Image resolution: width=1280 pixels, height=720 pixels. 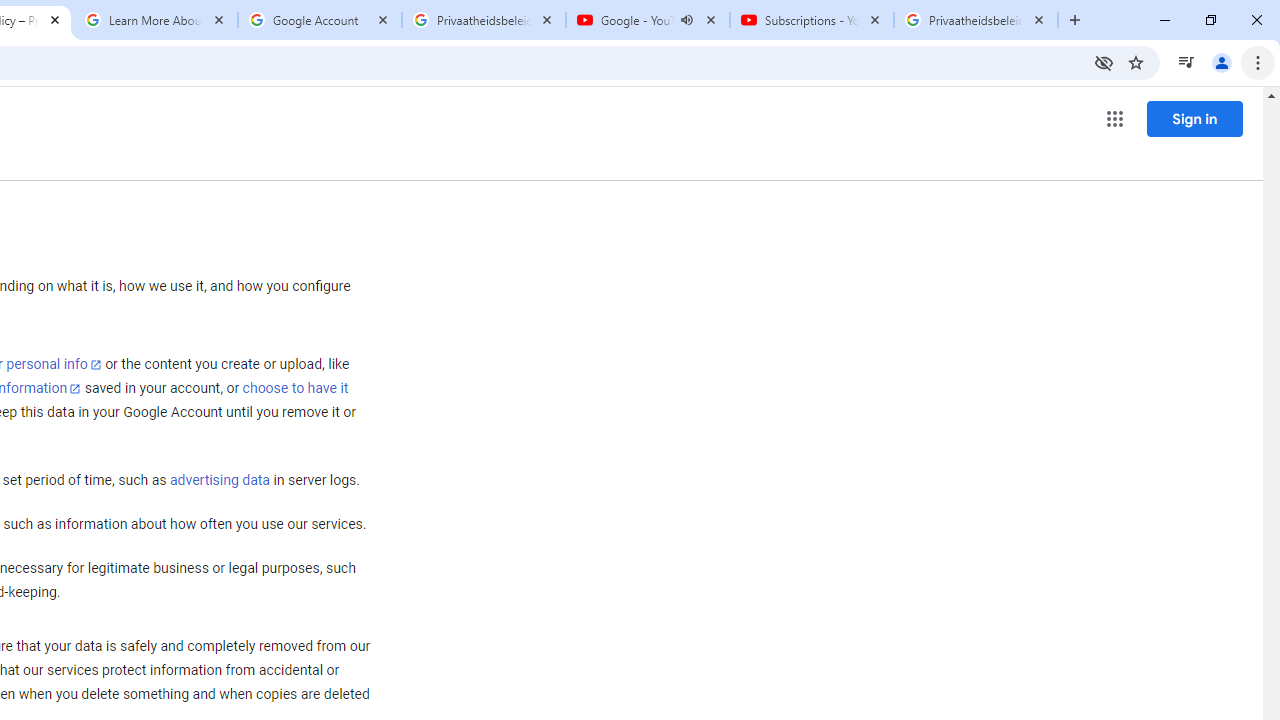 I want to click on 'personal info', so click(x=54, y=364).